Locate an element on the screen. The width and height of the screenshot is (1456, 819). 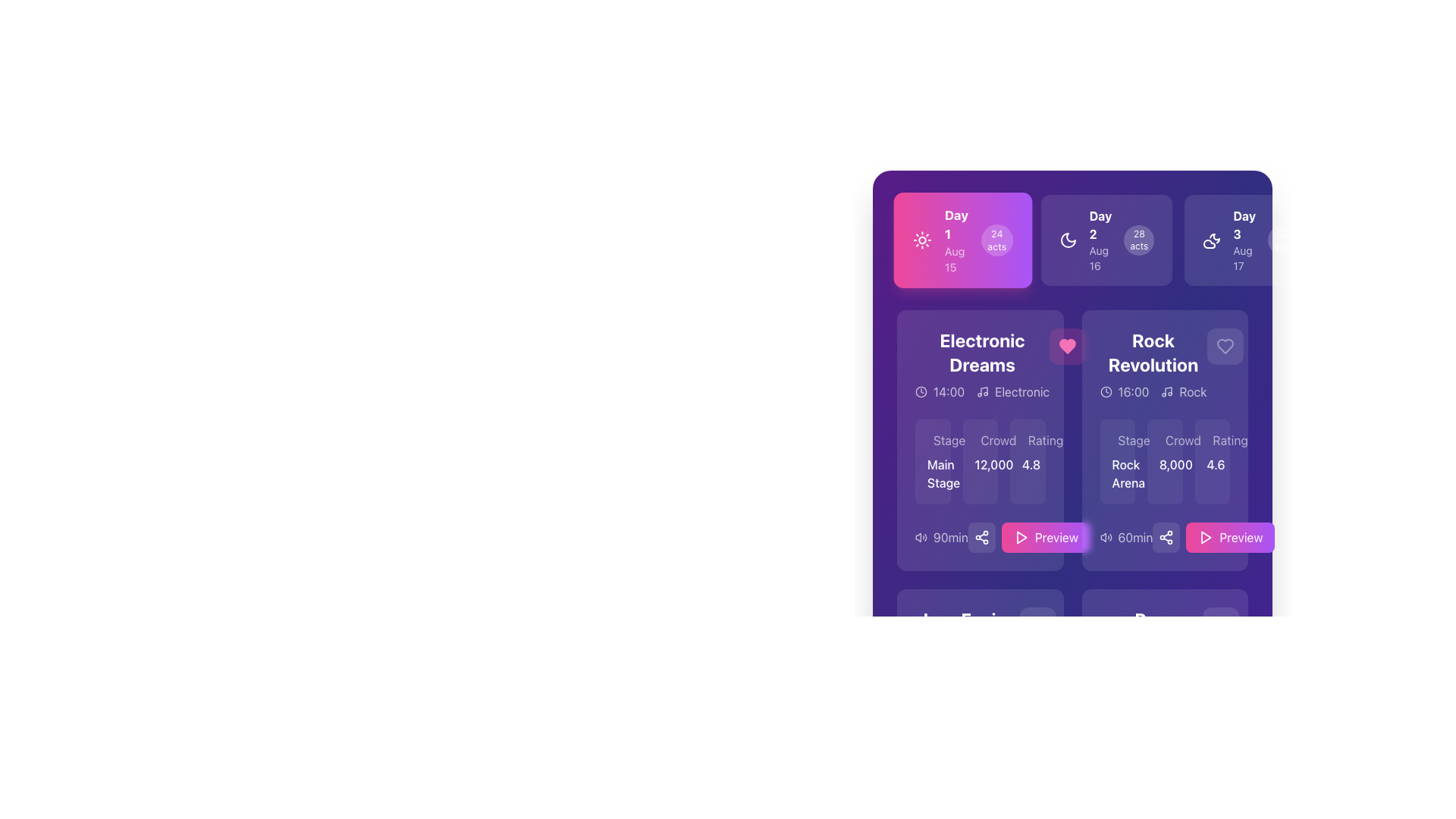
the text label displaying '16:00', which is styled in white on a dark purple background, located beneath the title 'Rock Revolution' in the right card of the event details layout is located at coordinates (1133, 391).